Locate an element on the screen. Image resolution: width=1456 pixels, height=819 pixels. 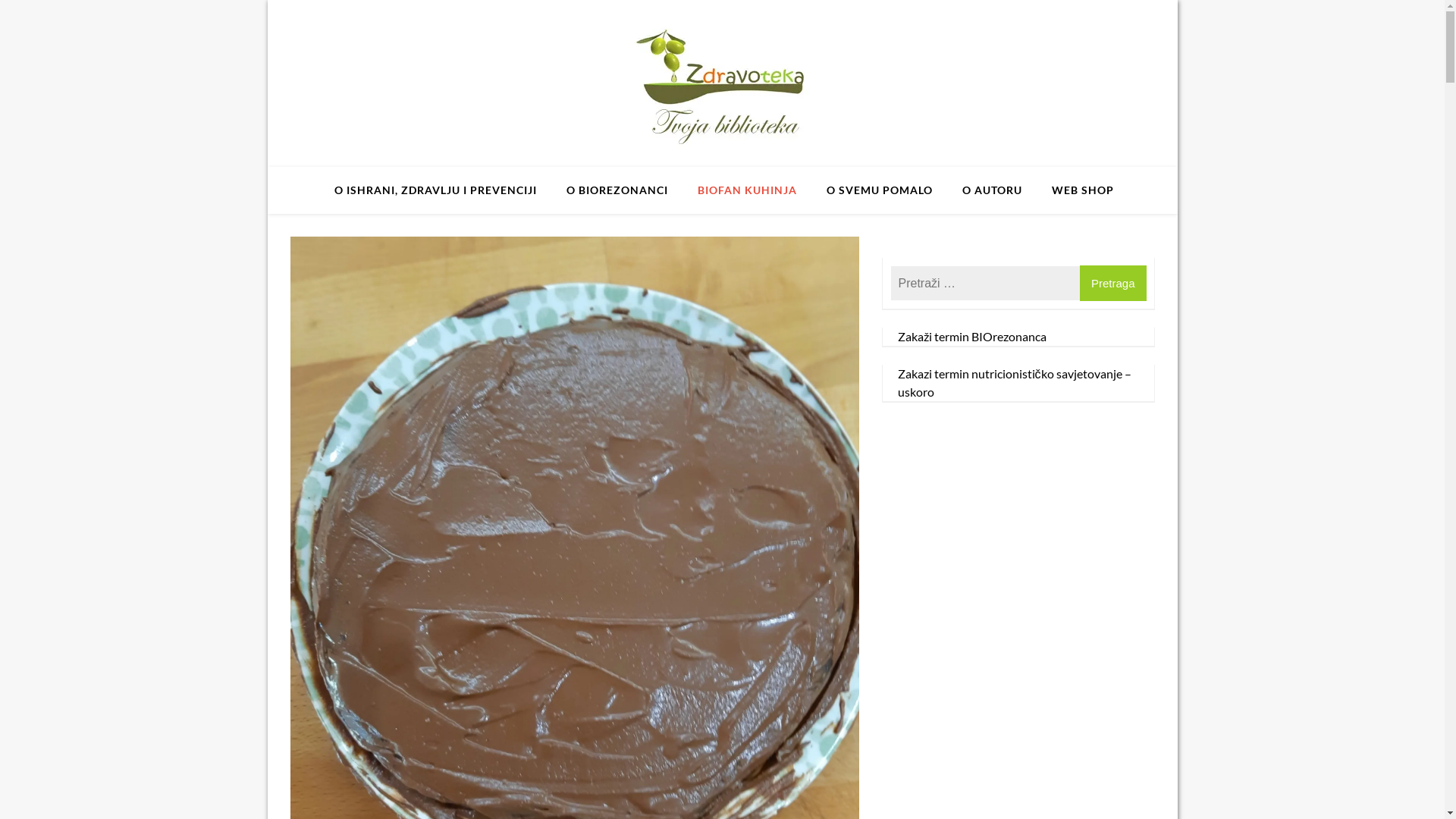
'O ISHRANI, ZDRAVLJU I PREVENCIJI' is located at coordinates (435, 189).